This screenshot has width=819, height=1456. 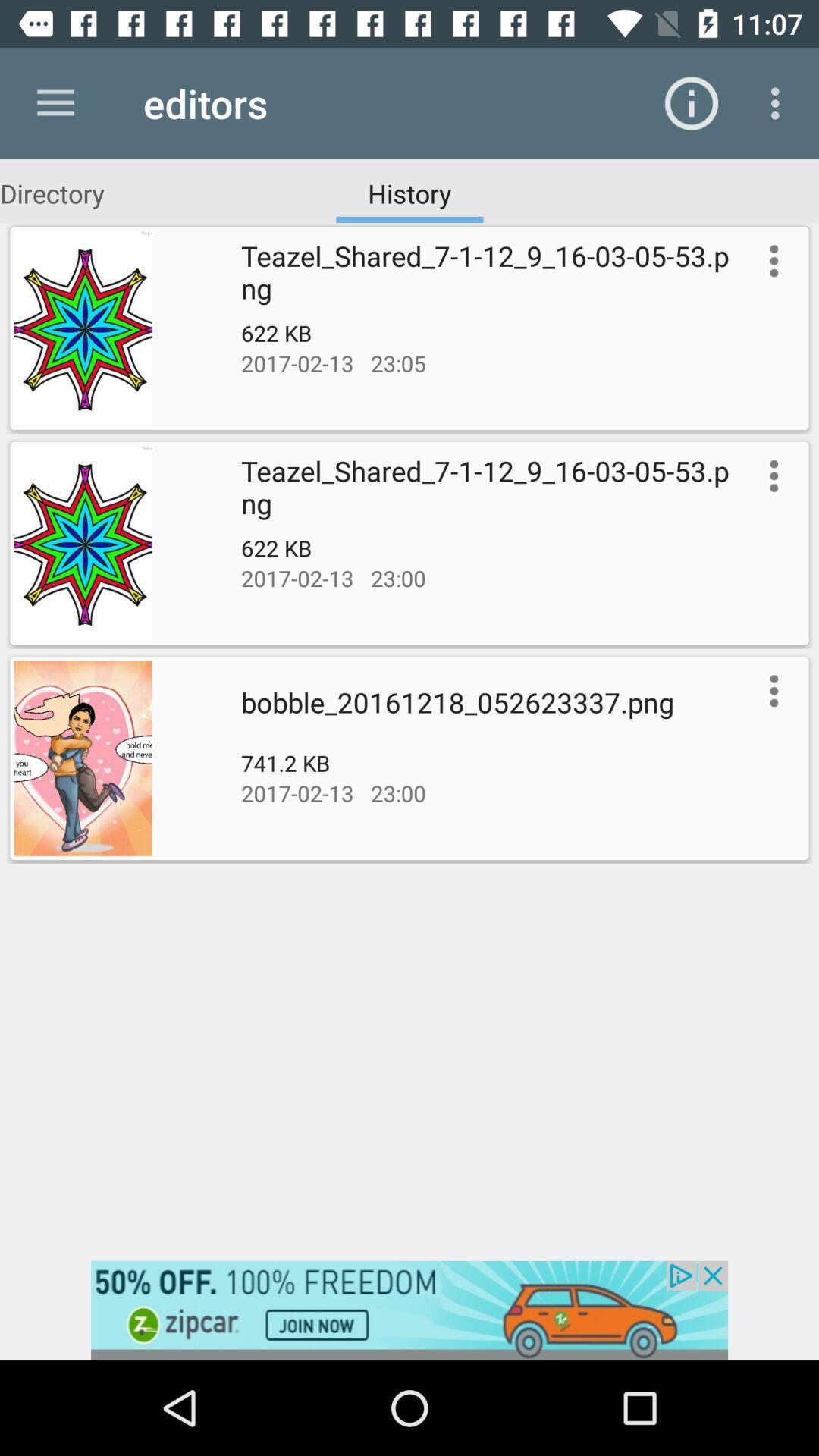 What do you see at coordinates (770, 475) in the screenshot?
I see `more information` at bounding box center [770, 475].